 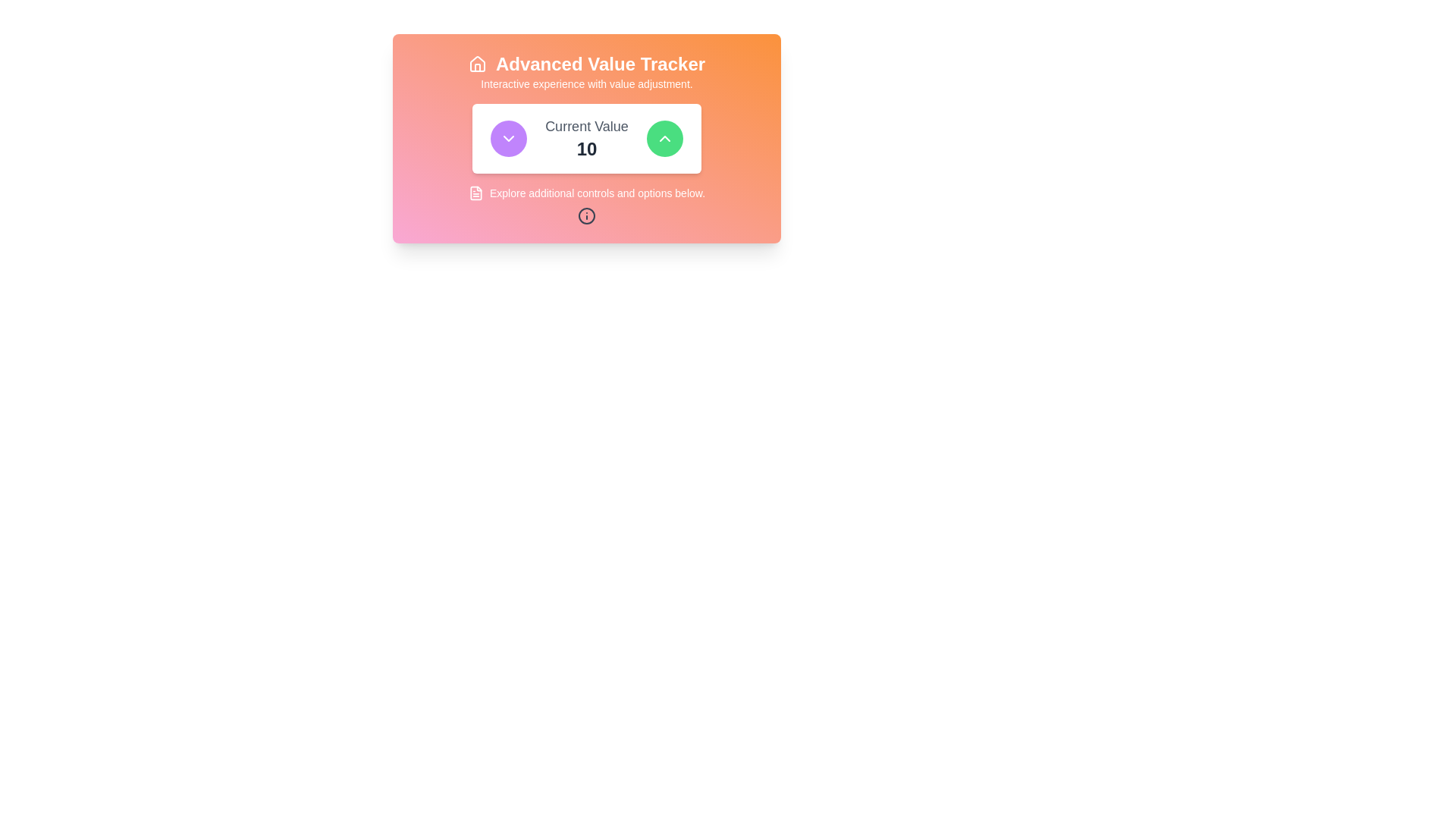 I want to click on information presented in the Informational Section located below the 'Current Value' component and above the 'Advanced Value Tracker' heading, so click(x=585, y=205).